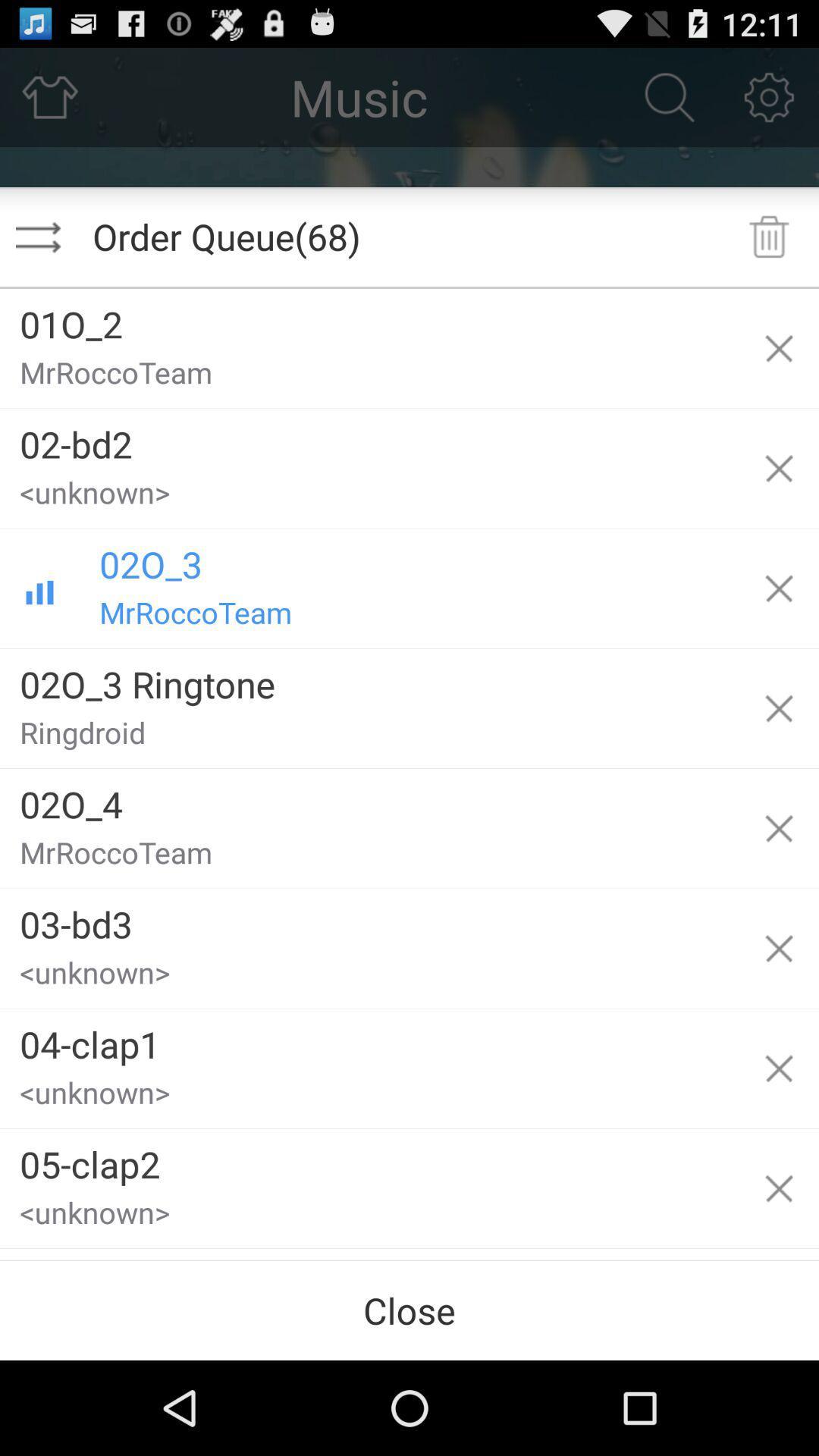 The height and width of the screenshot is (1456, 819). I want to click on the app below the <unknown>, so click(369, 1158).